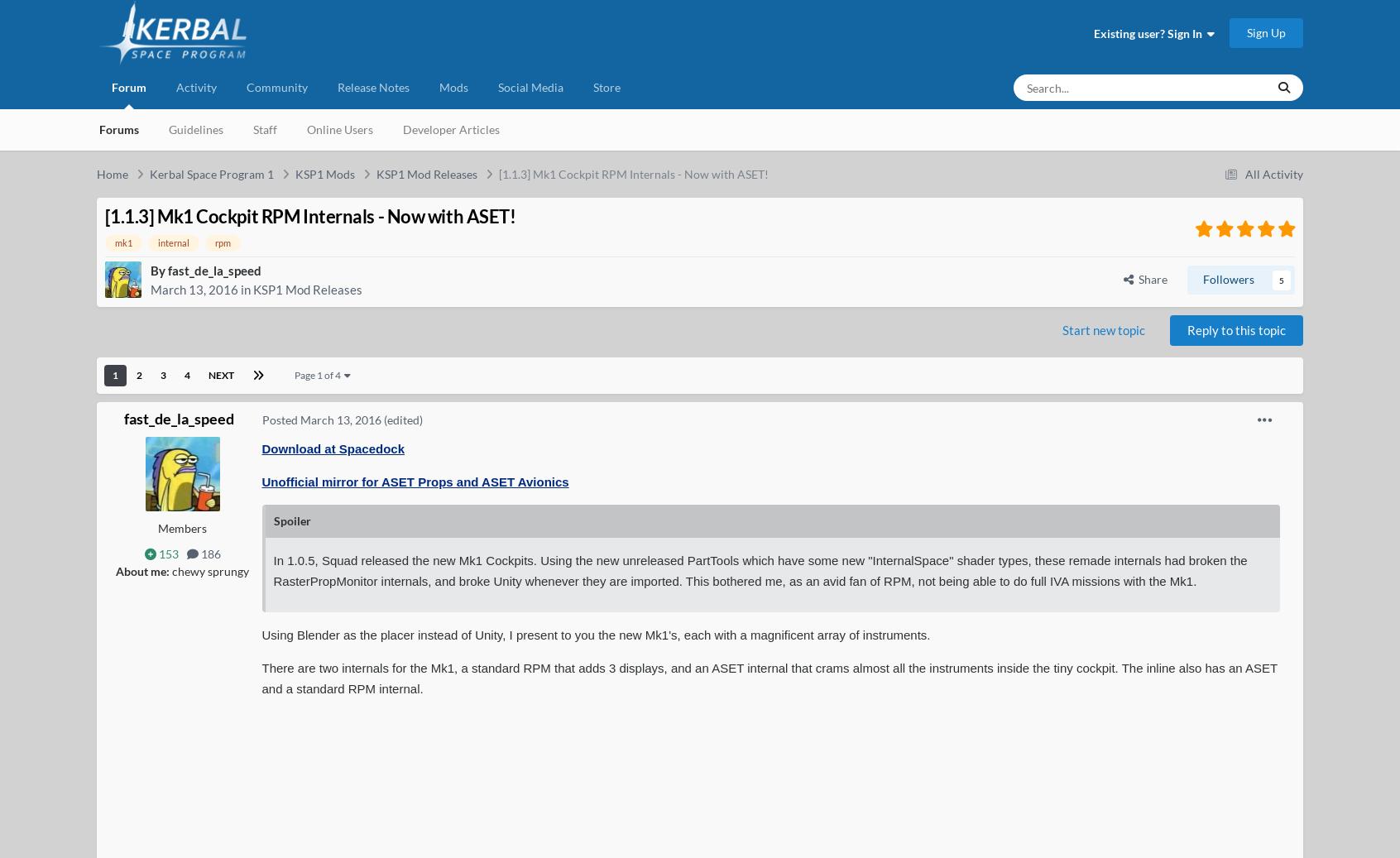 The width and height of the screenshot is (1400, 858). Describe the element at coordinates (1165, 149) in the screenshot. I see `'This Forum'` at that location.